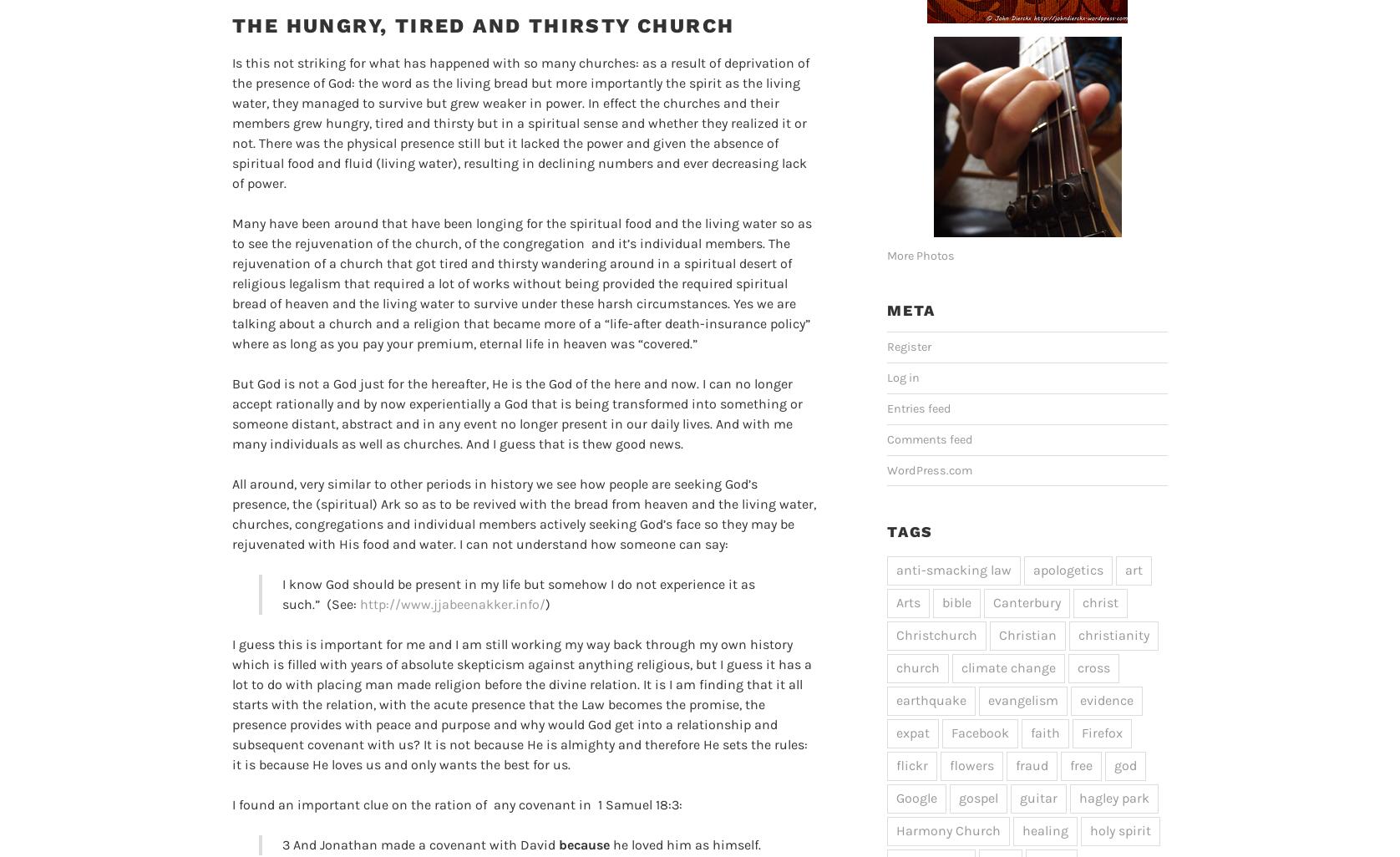 This screenshot has height=857, width=1400. What do you see at coordinates (1113, 634) in the screenshot?
I see `'christianity'` at bounding box center [1113, 634].